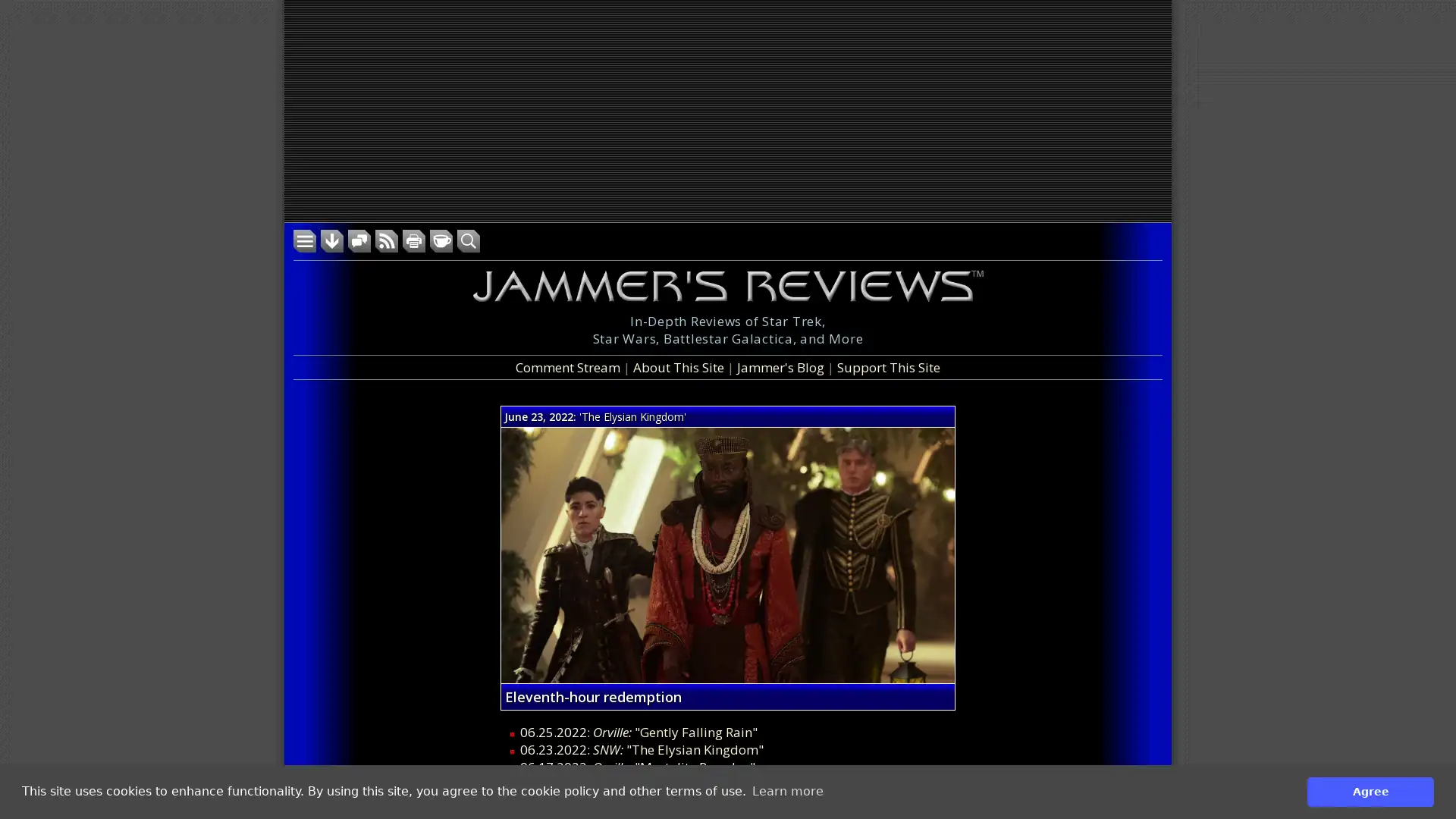 This screenshot has width=1456, height=819. What do you see at coordinates (787, 791) in the screenshot?
I see `learn more about cookies` at bounding box center [787, 791].